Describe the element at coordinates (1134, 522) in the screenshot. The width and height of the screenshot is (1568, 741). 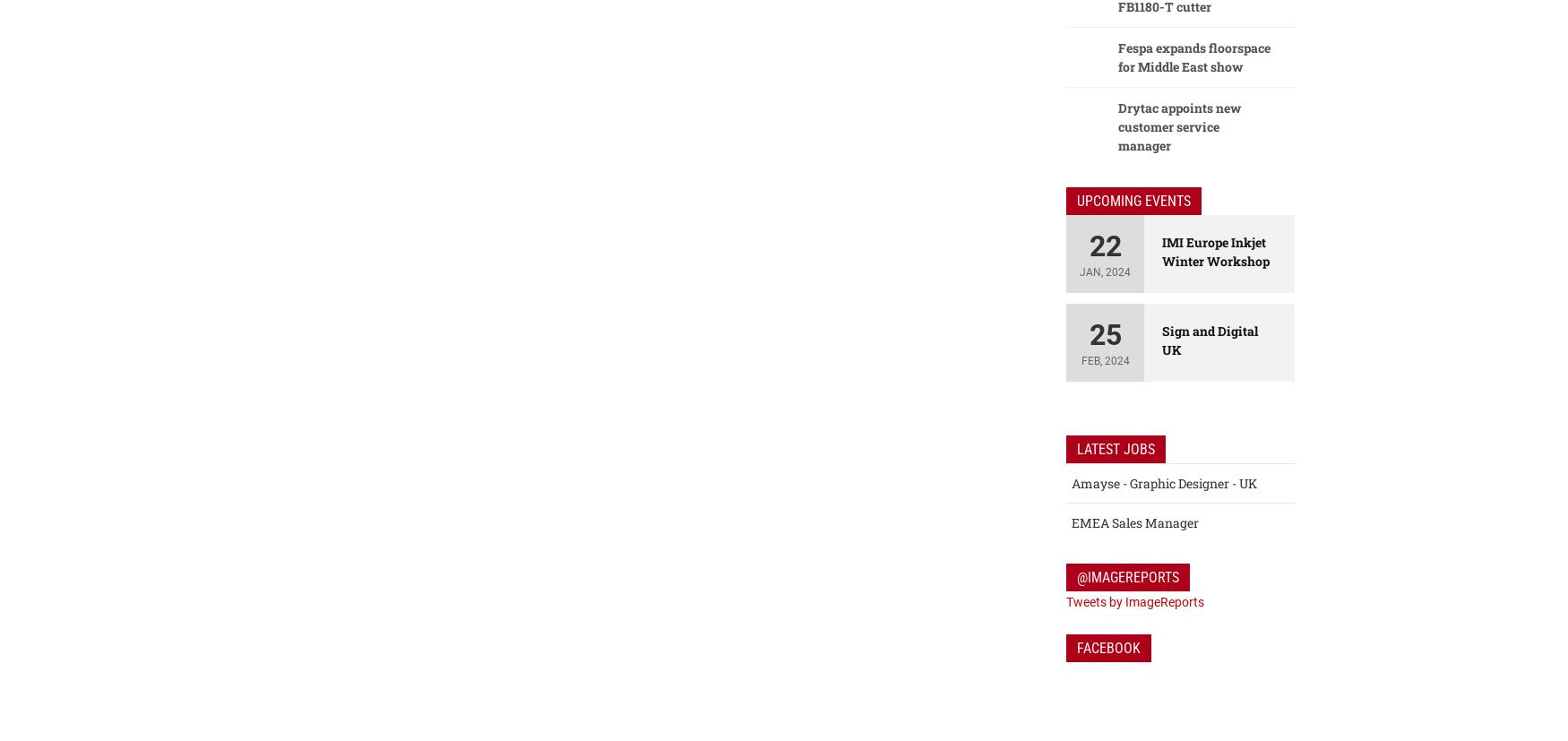
I see `'EMEA Sales Manager'` at that location.